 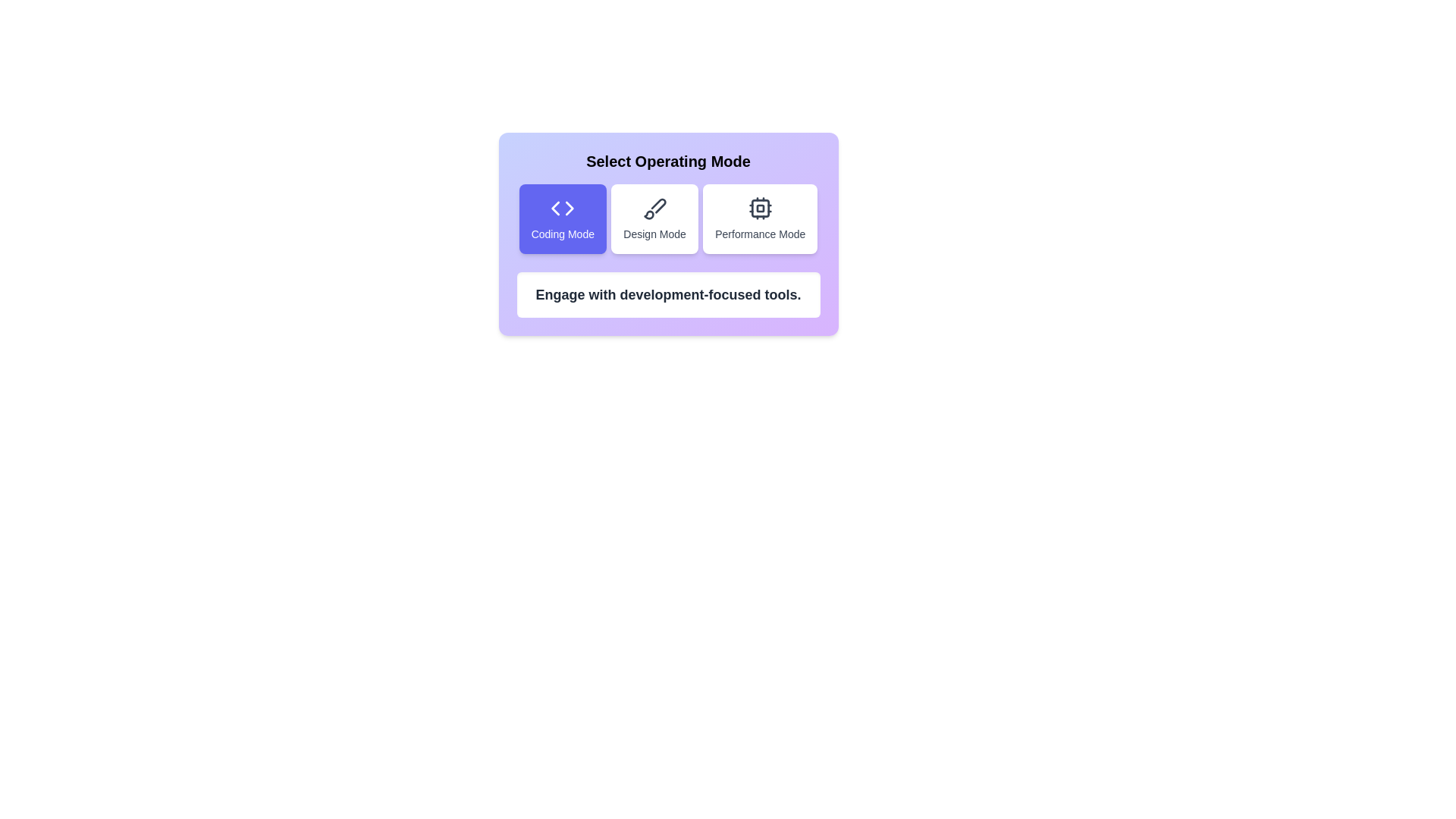 What do you see at coordinates (760, 219) in the screenshot?
I see `the button corresponding to Performance Mode to view its description` at bounding box center [760, 219].